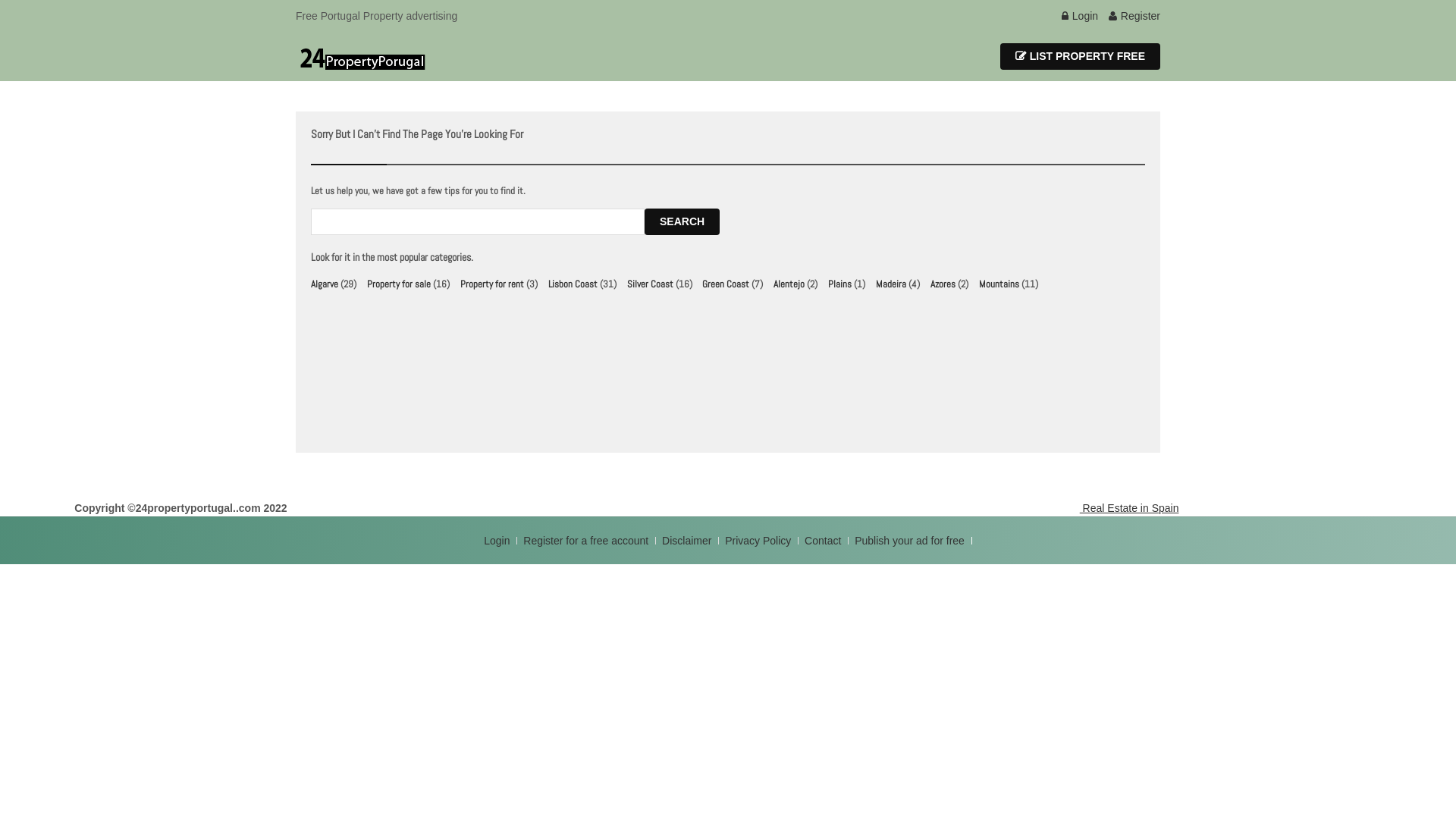 The height and width of the screenshot is (819, 1456). I want to click on 'Publish your ad for free', so click(910, 540).